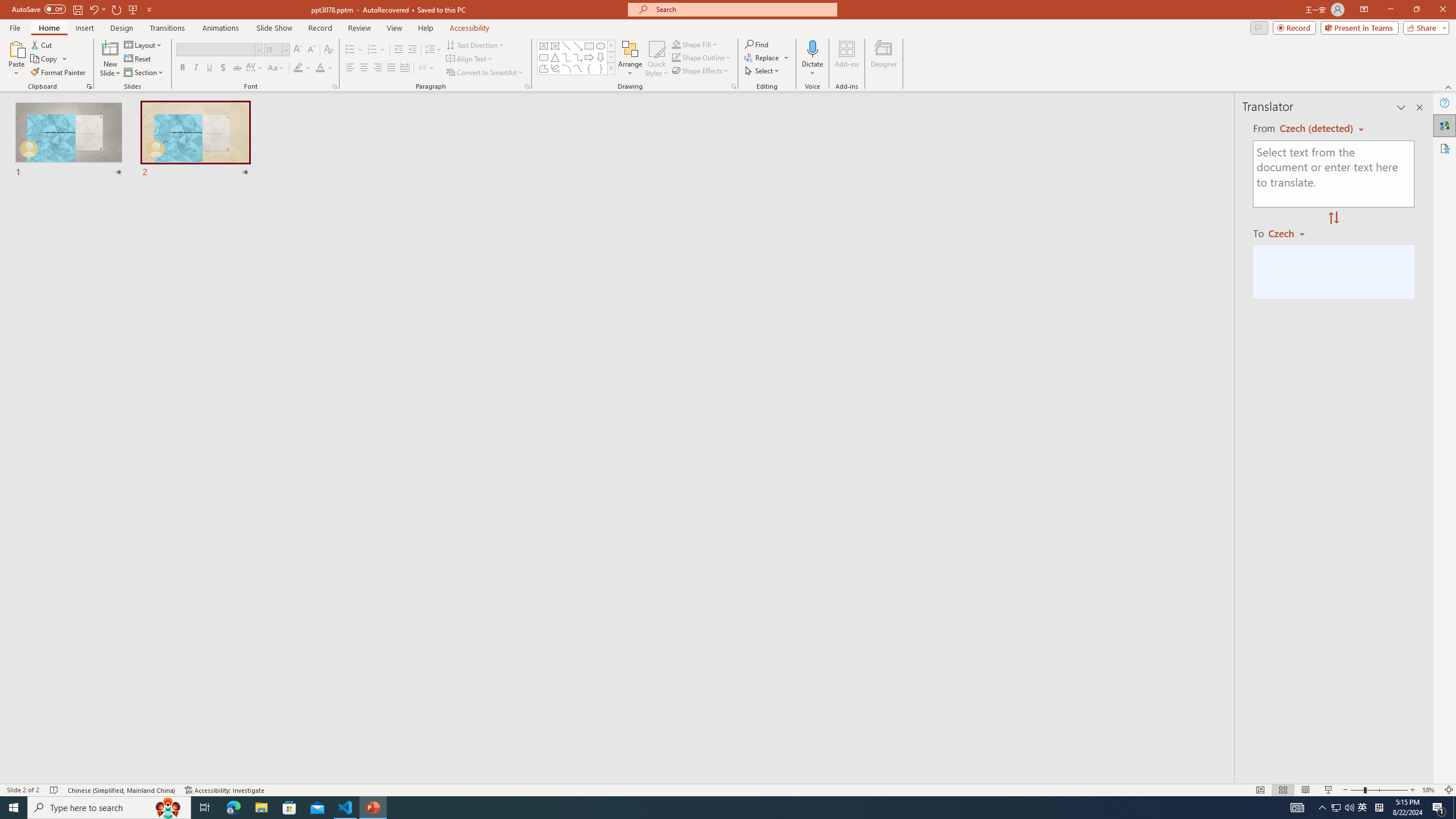 The image size is (1456, 819). I want to click on 'Section', so click(144, 72).